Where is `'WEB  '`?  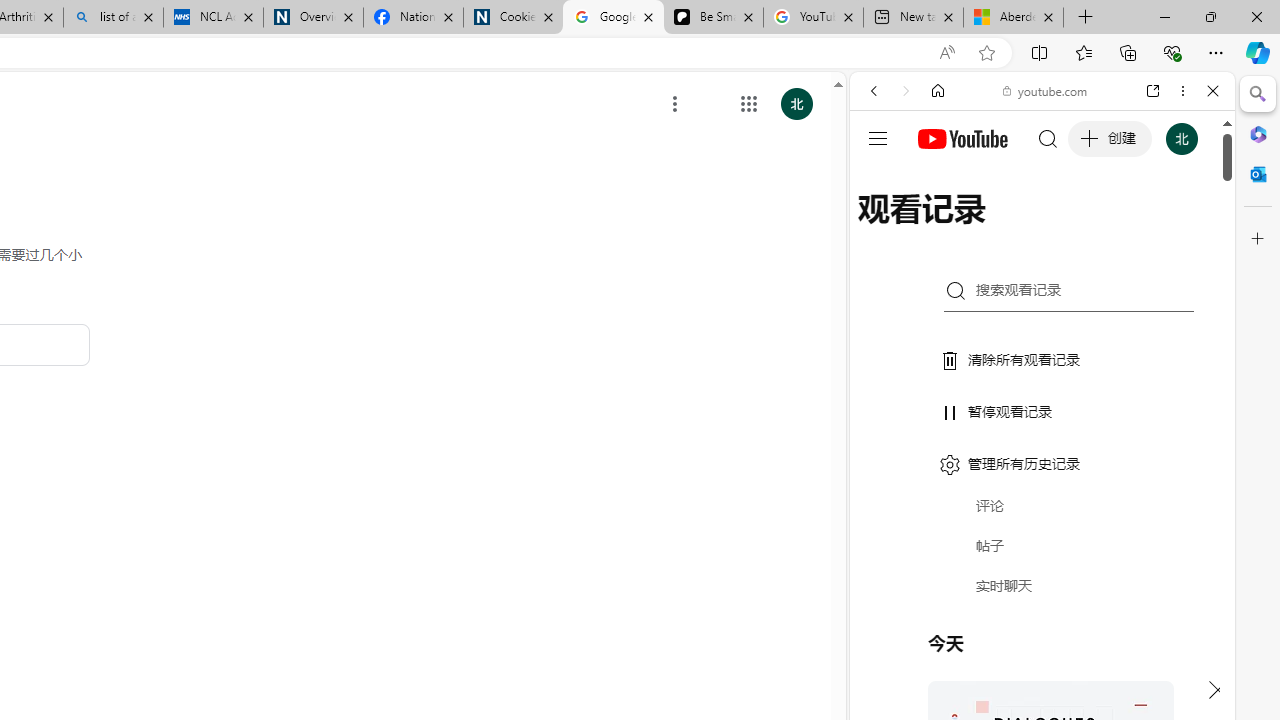
'WEB  ' is located at coordinates (881, 227).